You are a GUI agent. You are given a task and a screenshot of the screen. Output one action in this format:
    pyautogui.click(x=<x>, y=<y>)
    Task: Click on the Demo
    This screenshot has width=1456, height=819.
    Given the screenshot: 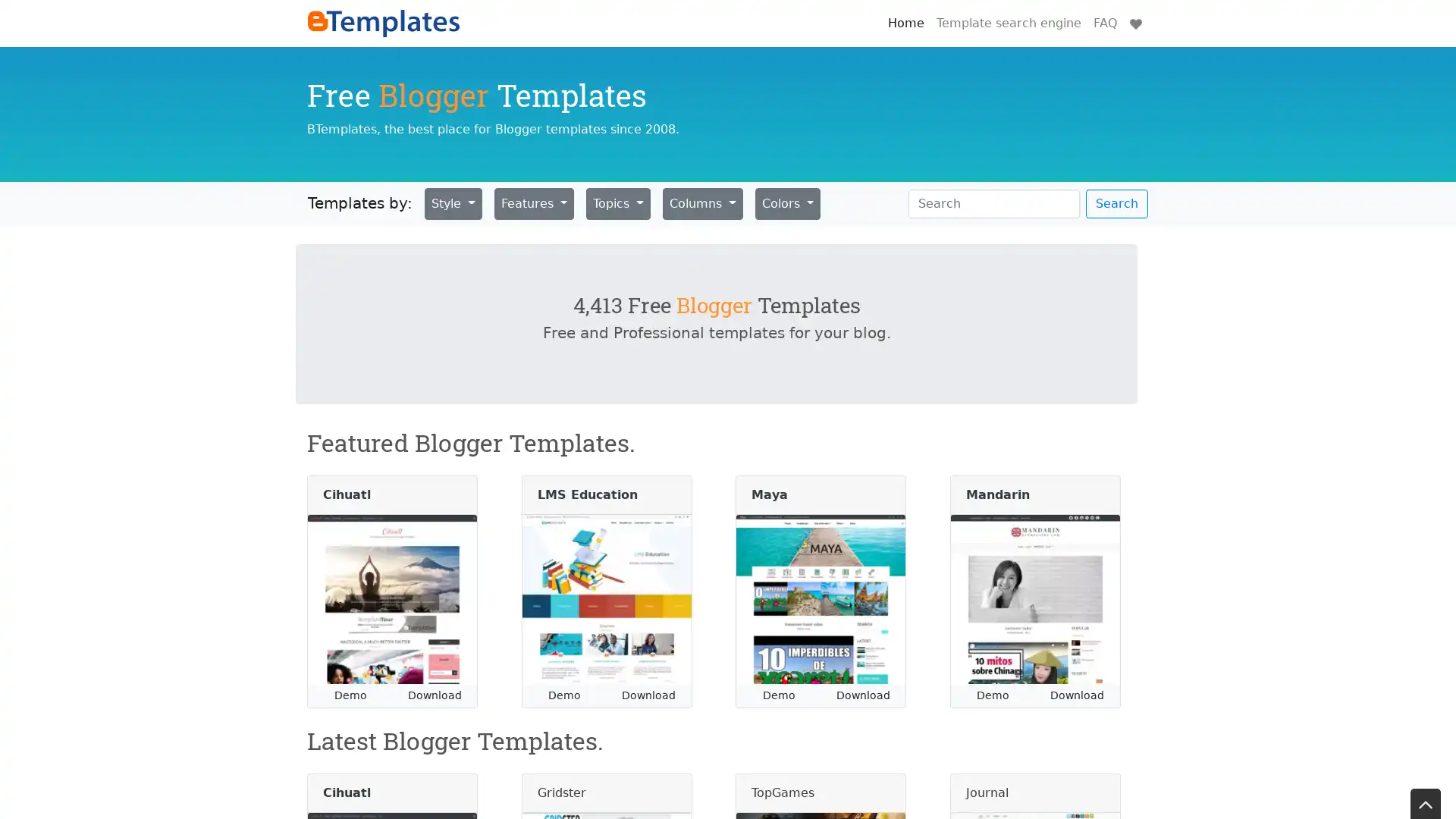 What is the action you would take?
    pyautogui.click(x=779, y=695)
    